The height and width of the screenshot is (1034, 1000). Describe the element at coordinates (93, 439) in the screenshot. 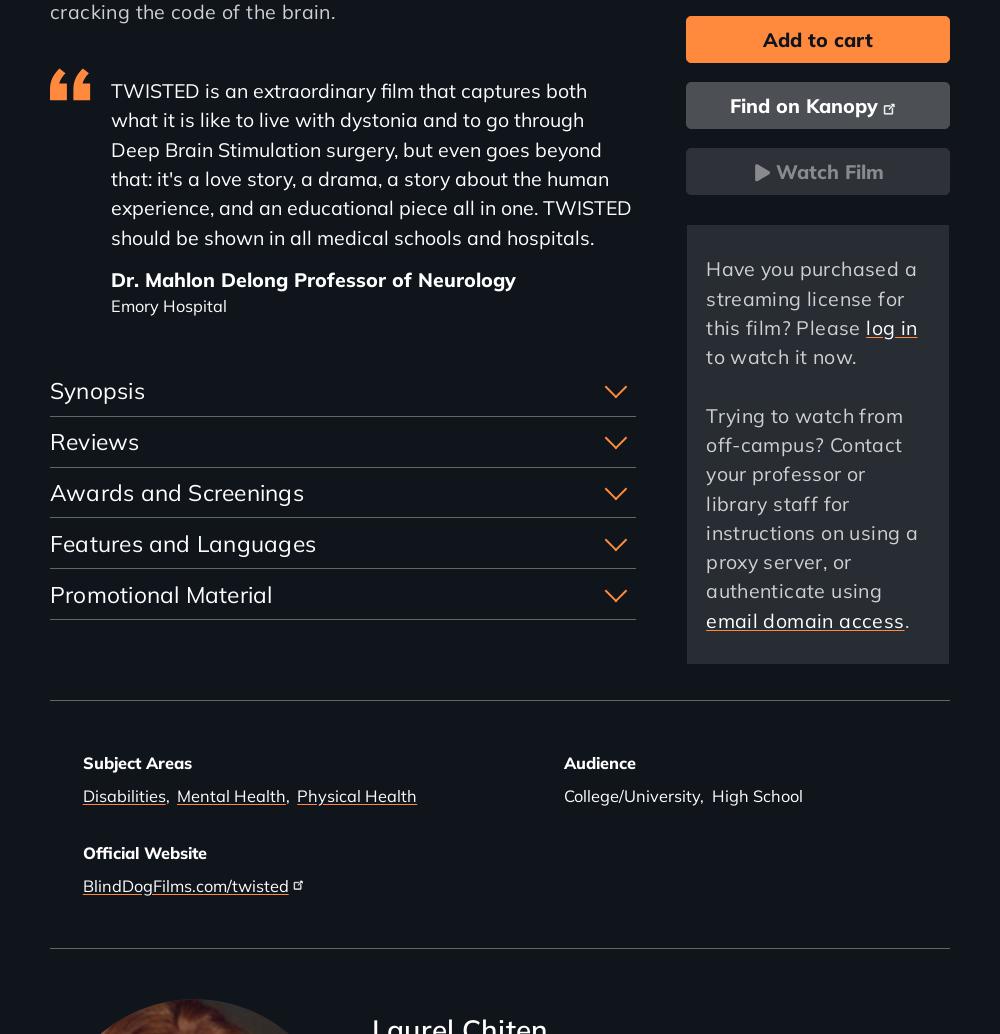

I see `'Reviews'` at that location.